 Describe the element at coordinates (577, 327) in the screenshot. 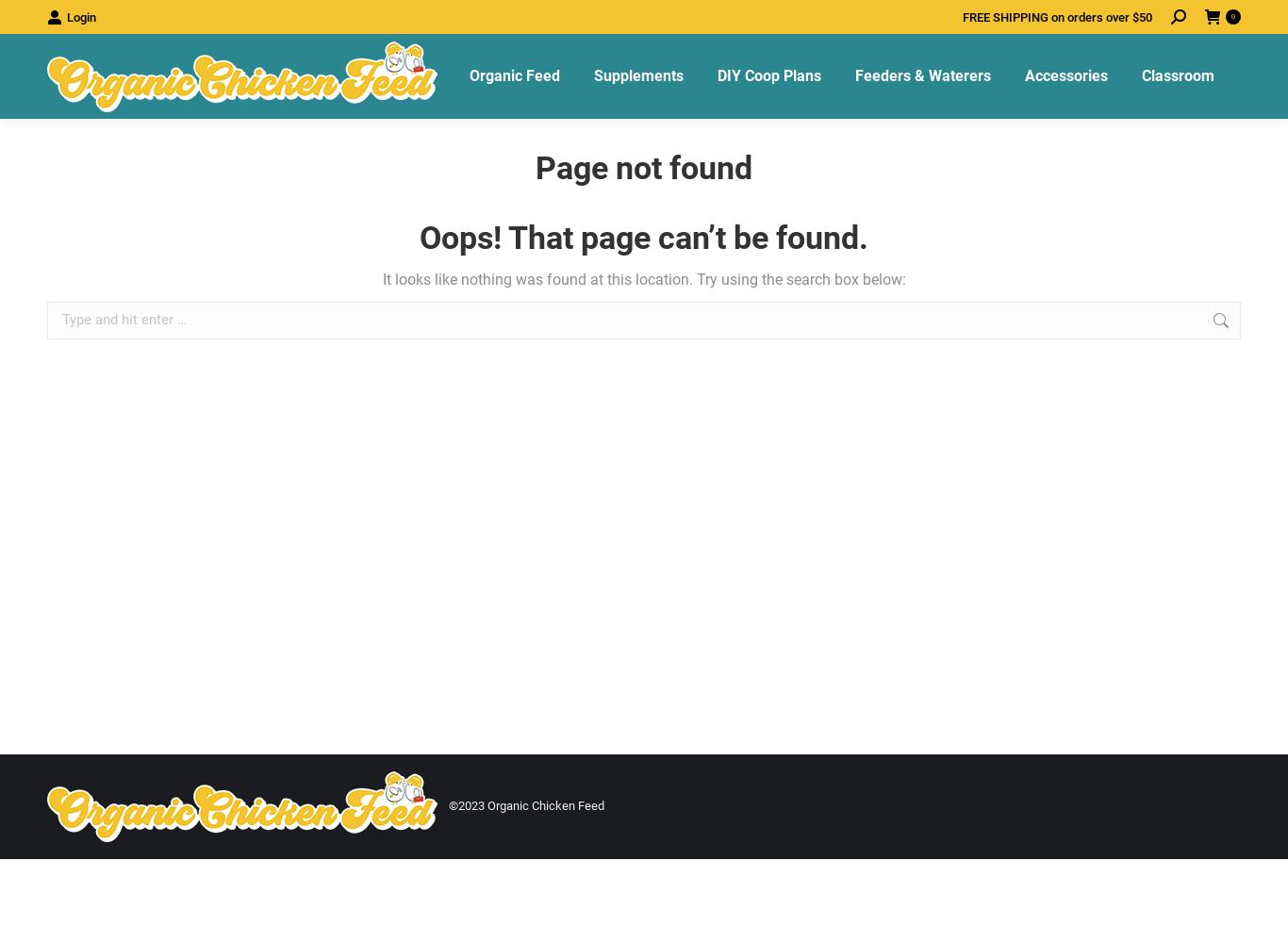

I see `'Organic Turkey, Duck & Other Feed'` at that location.